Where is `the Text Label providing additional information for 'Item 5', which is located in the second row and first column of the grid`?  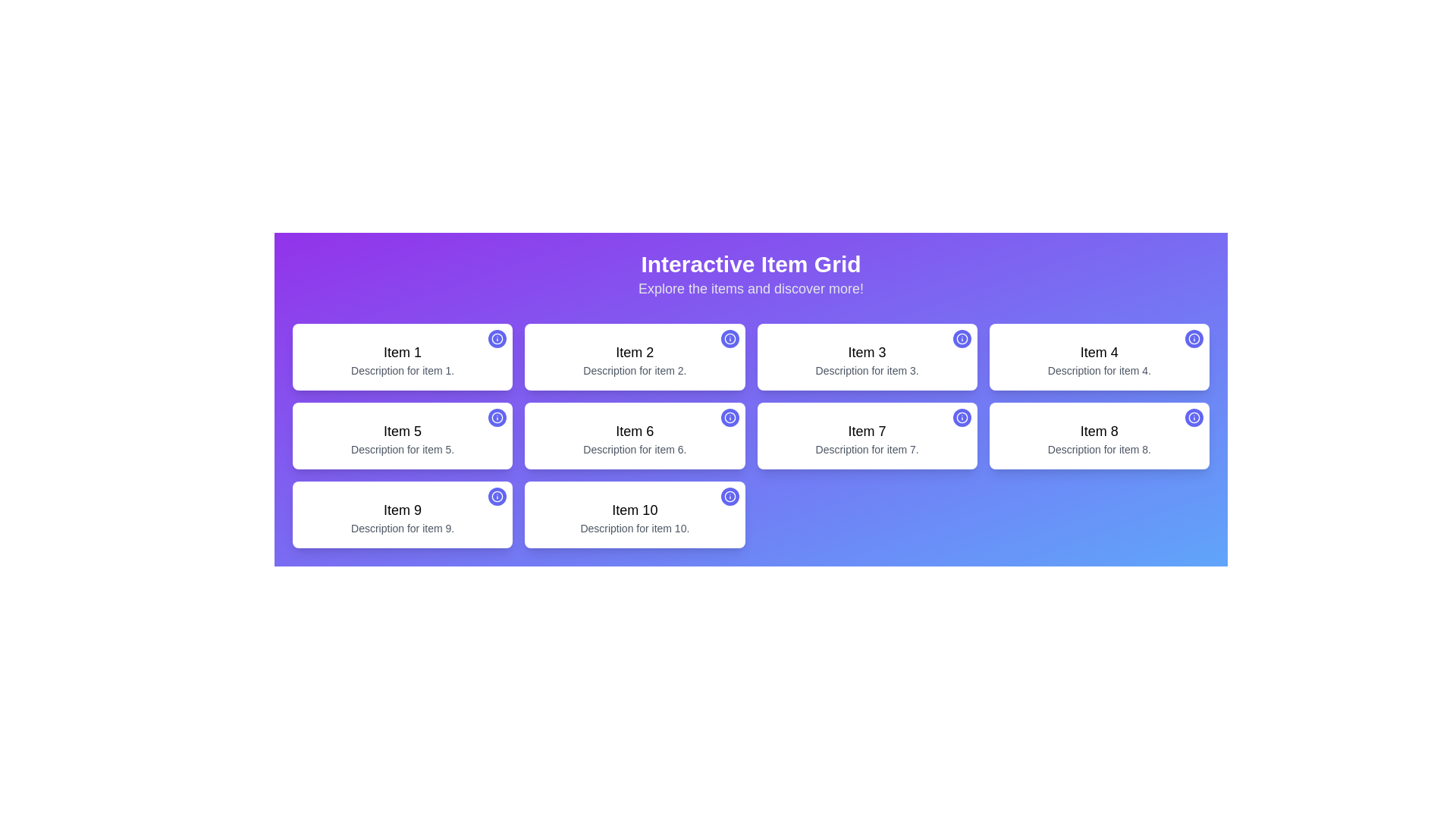 the Text Label providing additional information for 'Item 5', which is located in the second row and first column of the grid is located at coordinates (403, 449).